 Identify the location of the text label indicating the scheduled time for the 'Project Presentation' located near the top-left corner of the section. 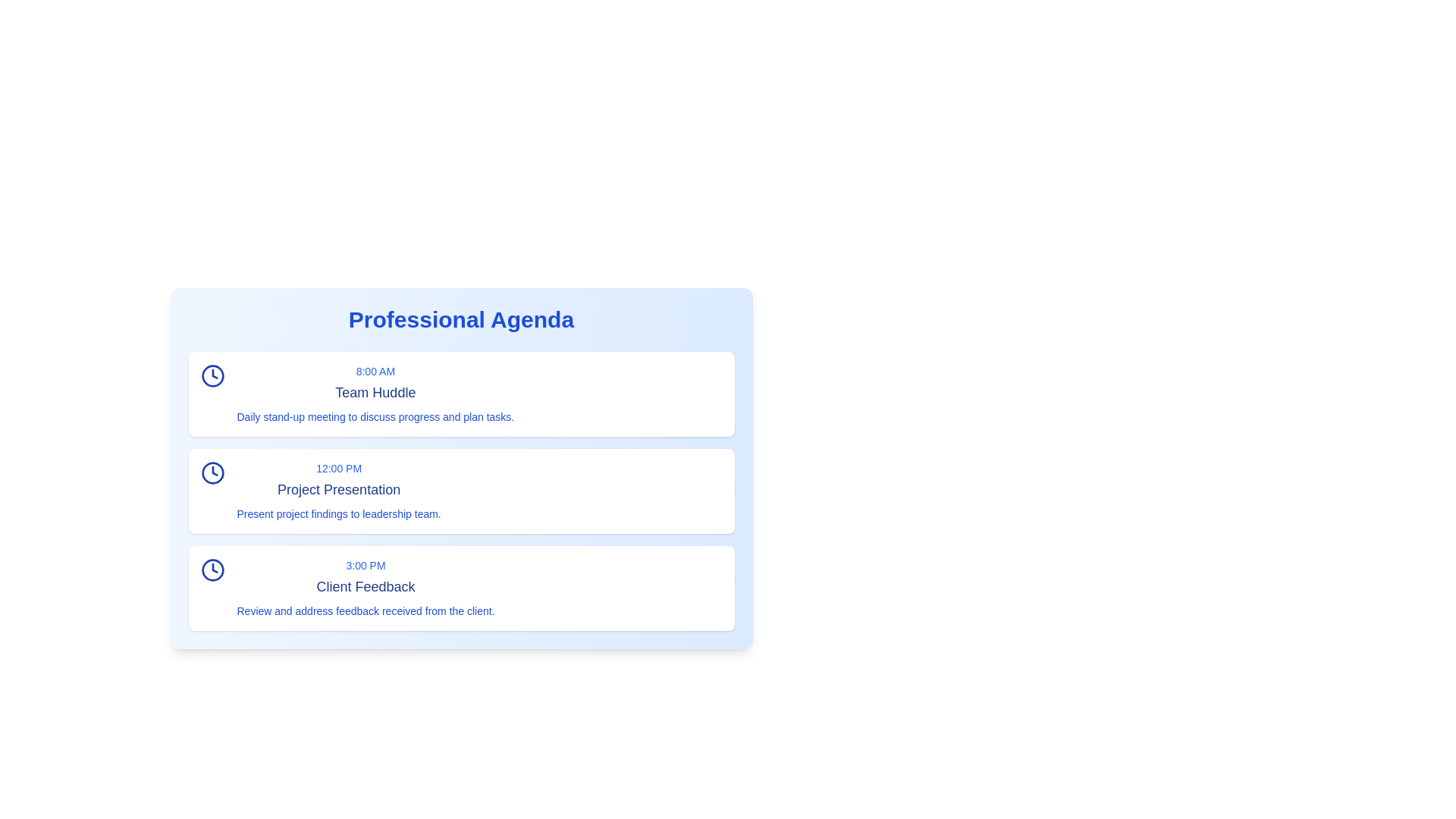
(338, 467).